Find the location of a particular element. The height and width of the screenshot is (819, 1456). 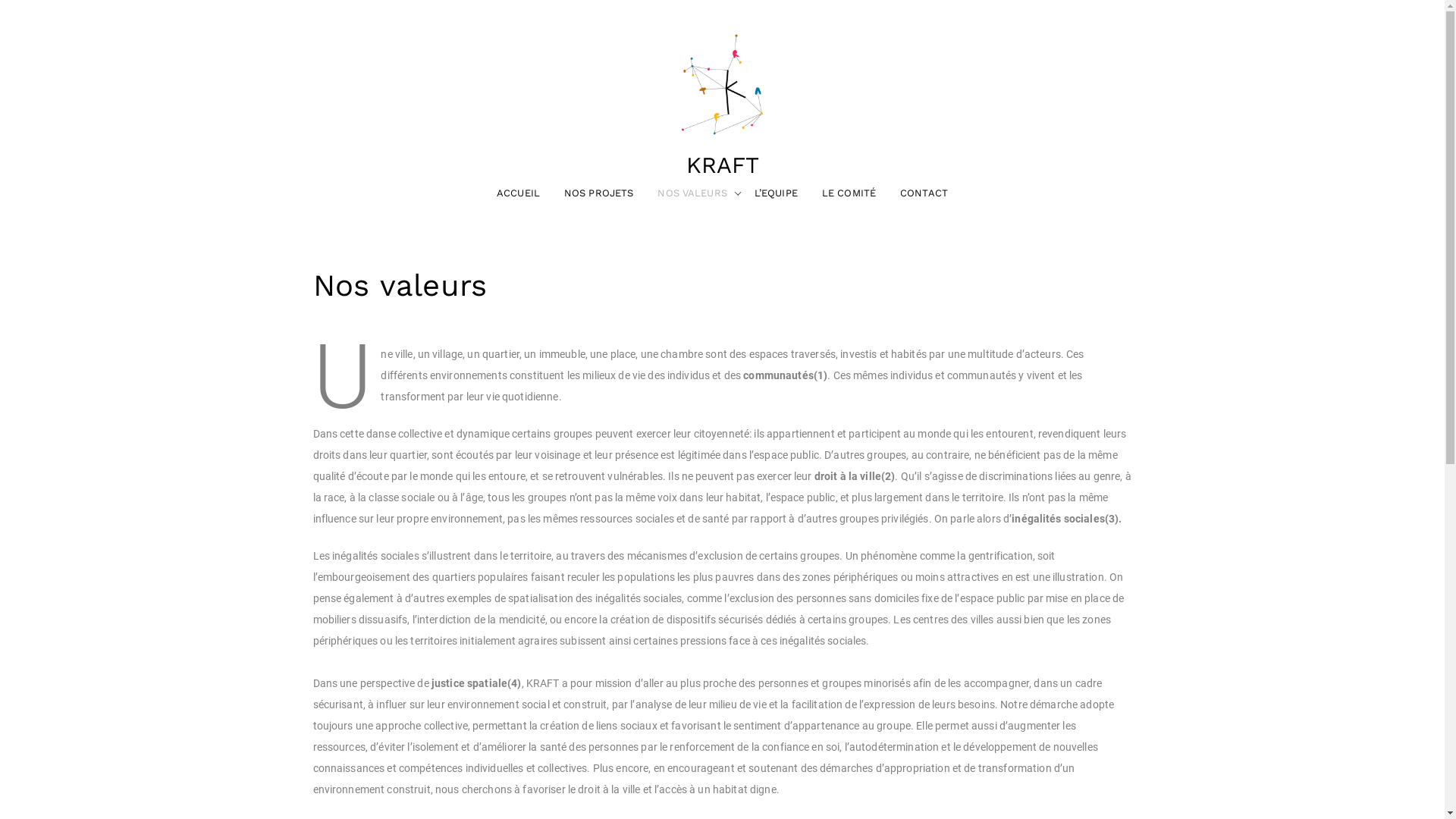

'NOS VALEURS' is located at coordinates (691, 192).